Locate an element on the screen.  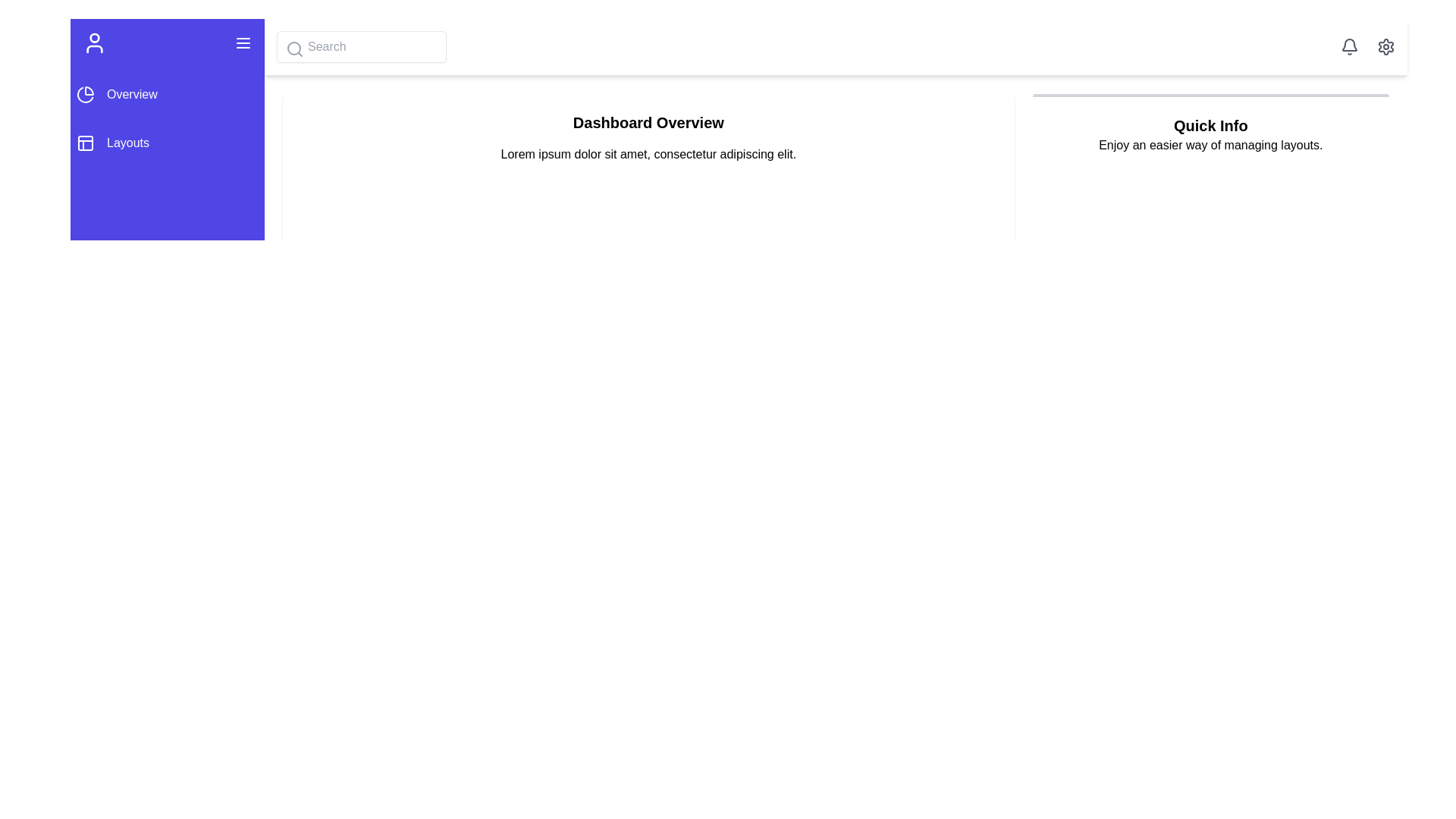
the decorative search icon located inside the search input field at the top-left section of the interface, next to the sidebar is located at coordinates (294, 49).